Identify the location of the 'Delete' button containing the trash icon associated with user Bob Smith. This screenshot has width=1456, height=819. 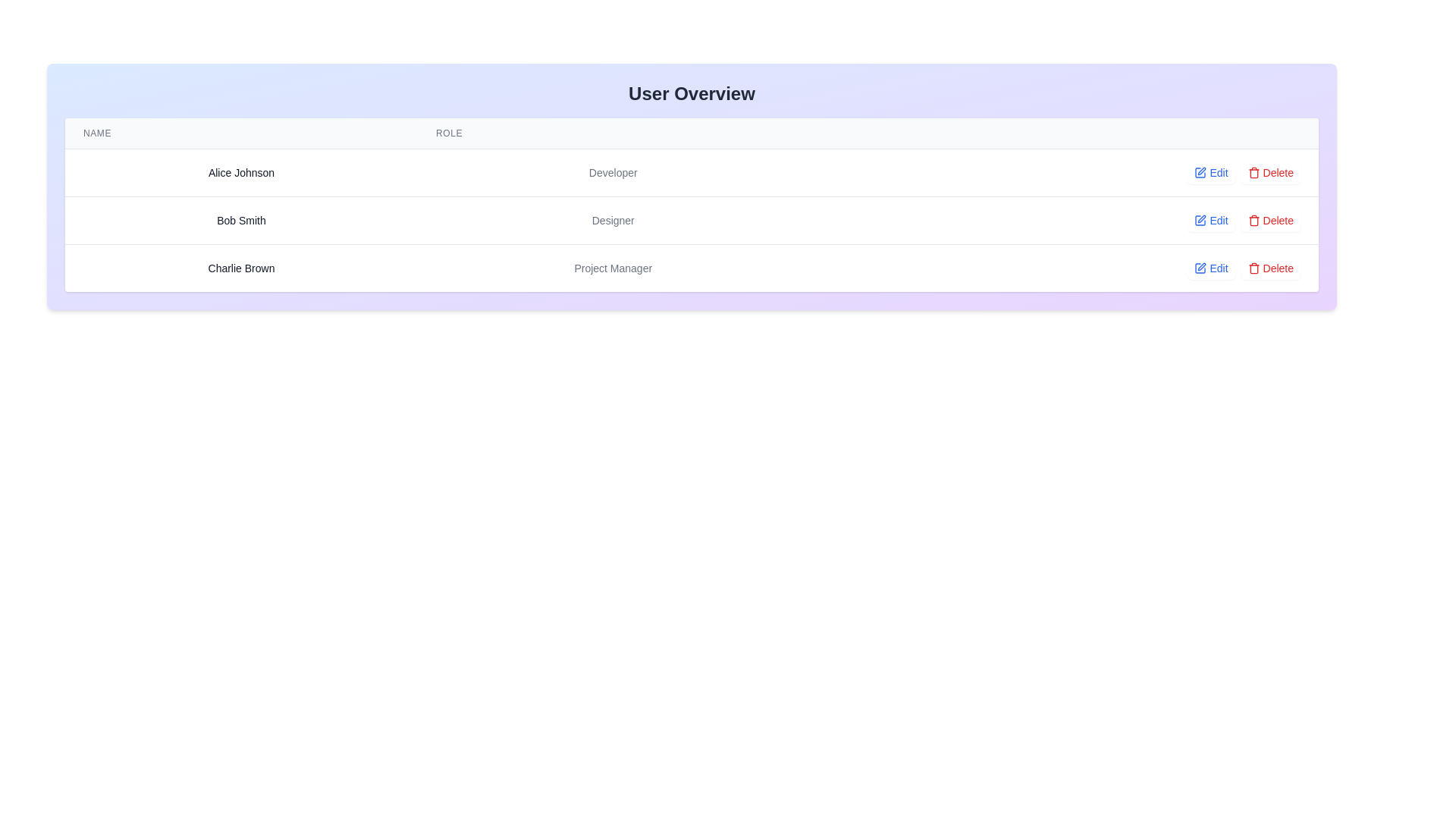
(1254, 173).